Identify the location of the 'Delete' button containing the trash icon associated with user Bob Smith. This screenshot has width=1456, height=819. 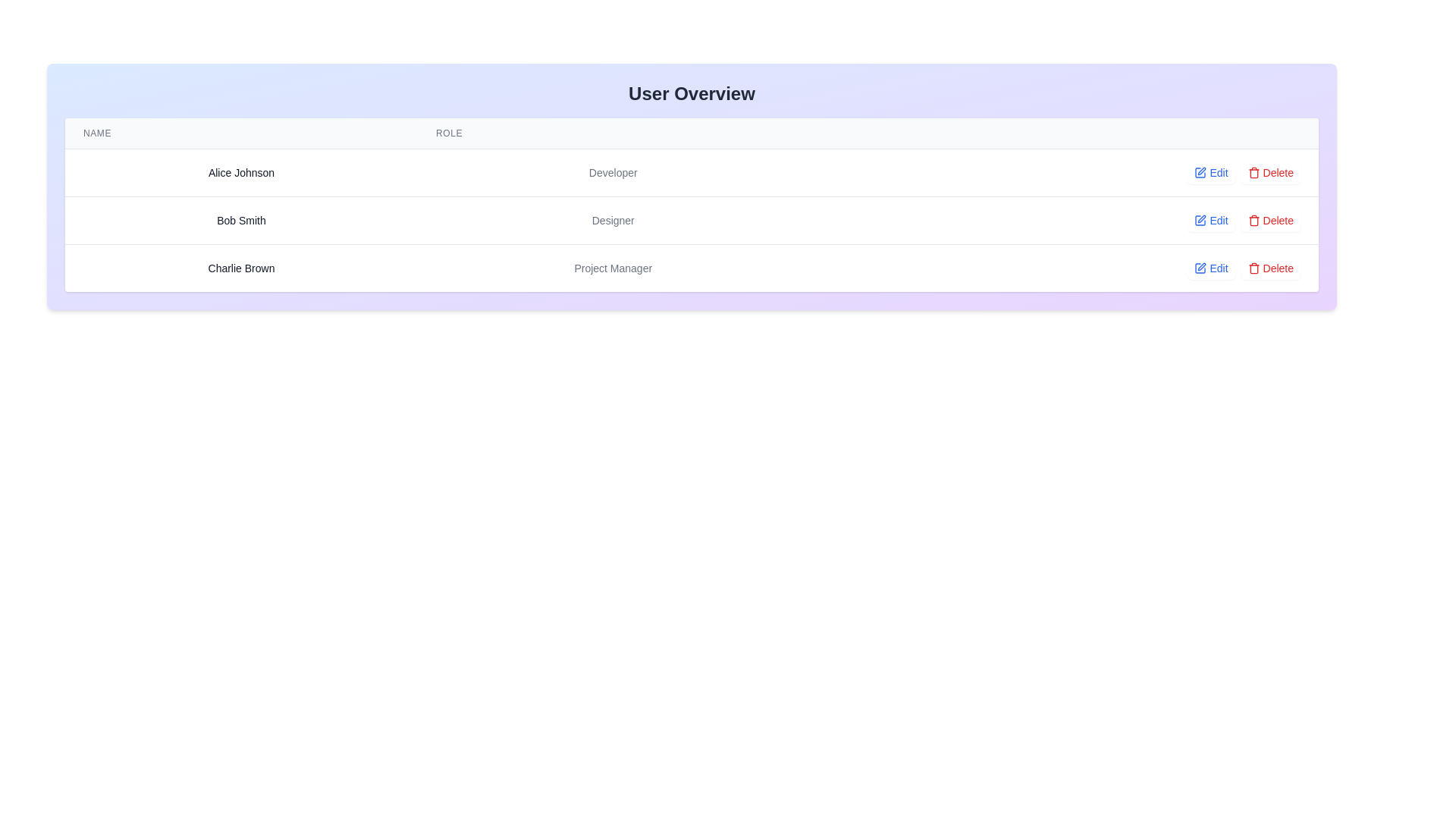
(1254, 173).